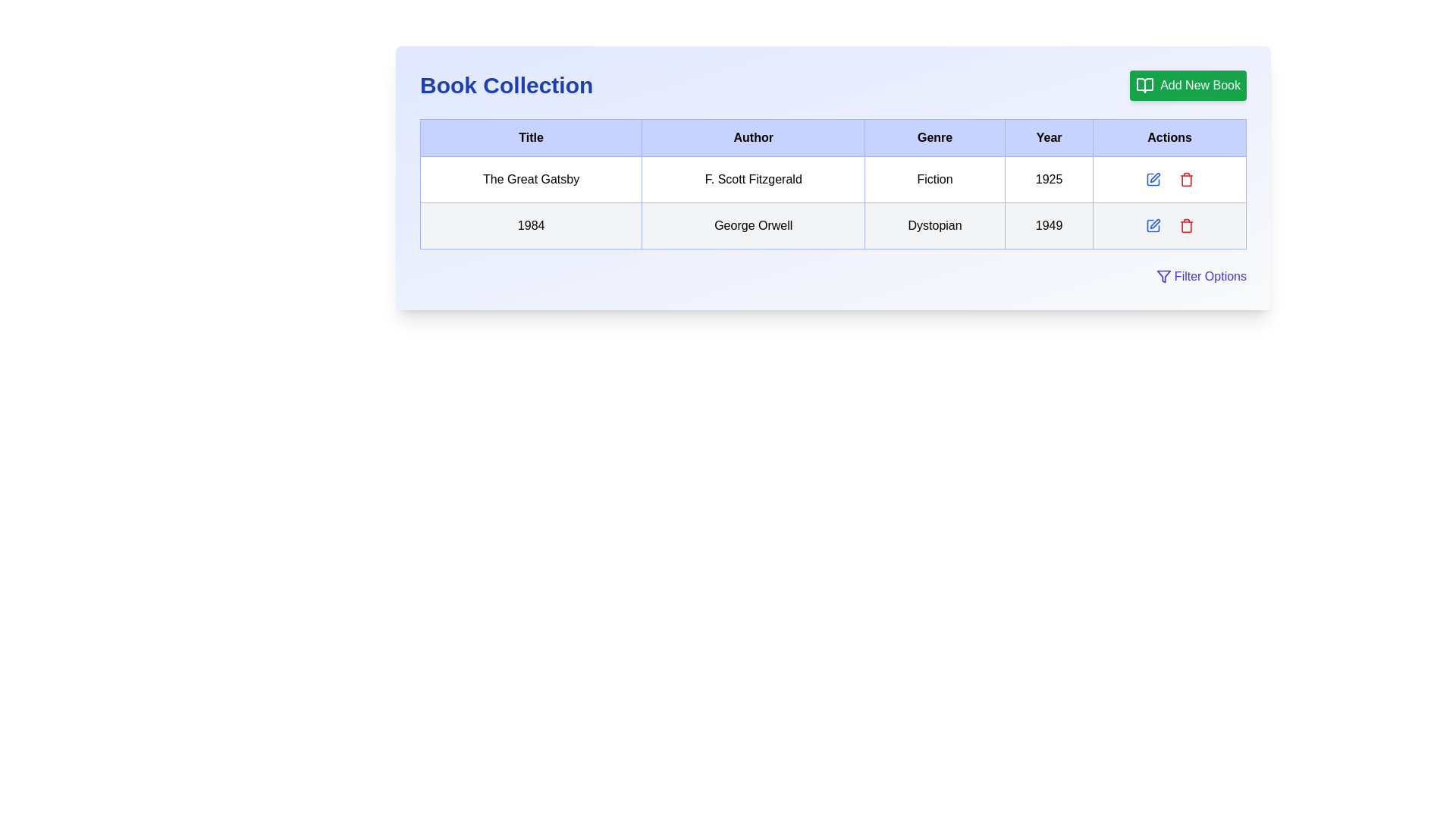 This screenshot has height=819, width=1456. Describe the element at coordinates (507, 85) in the screenshot. I see `the text label displaying 'Book Collection' in bold blue font, located at the top-left corner of the user interface section` at that location.